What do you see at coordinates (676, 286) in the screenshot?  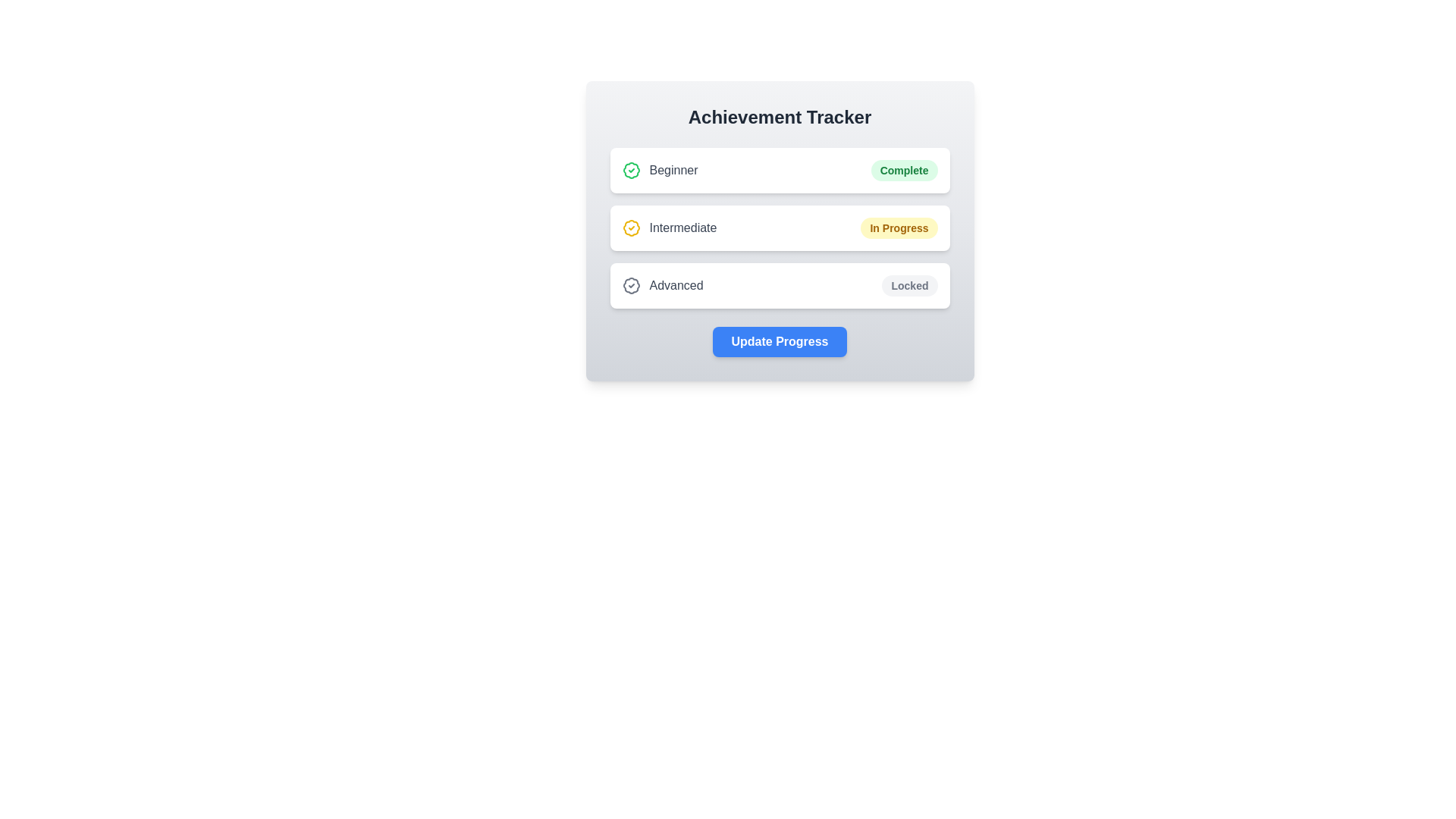 I see `the text label displaying 'Advanced', which is part of a vertical list of sections, aligned with an icon on the left and a 'Locked' label on the right` at bounding box center [676, 286].